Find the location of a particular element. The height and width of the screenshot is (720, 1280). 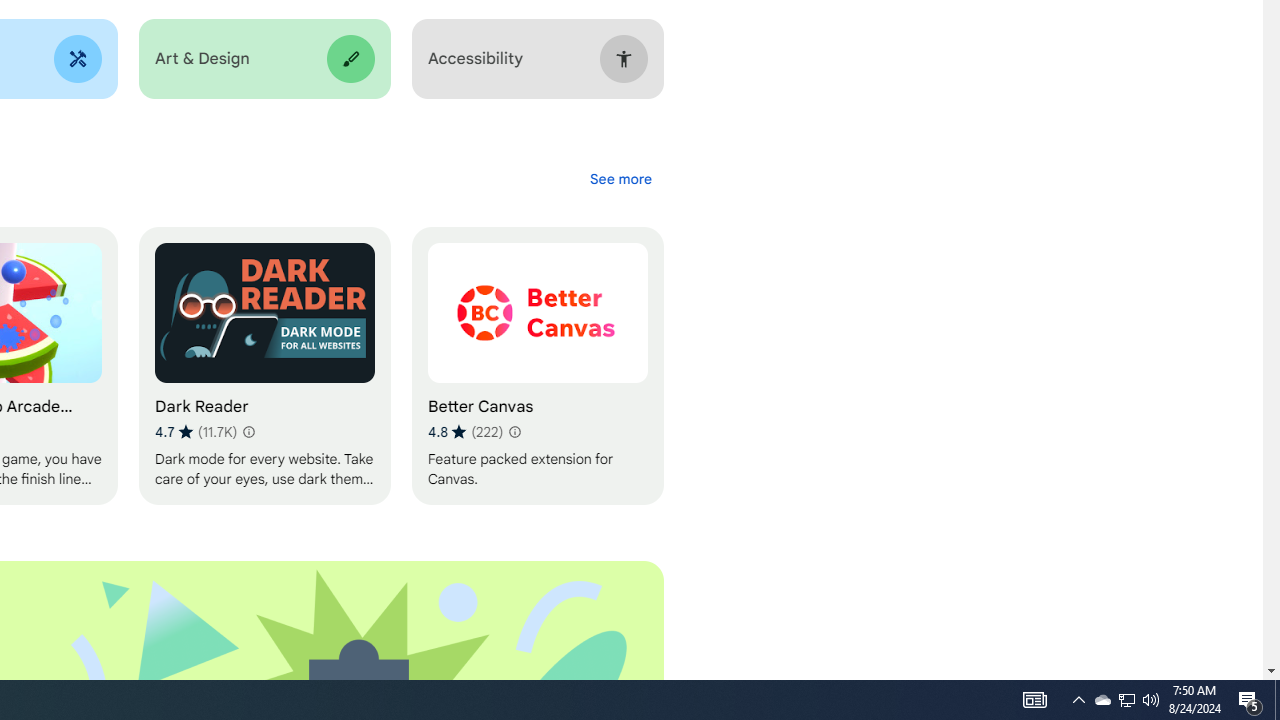

'Average rating 4.8 out of 5 stars. 222 ratings.' is located at coordinates (464, 431).